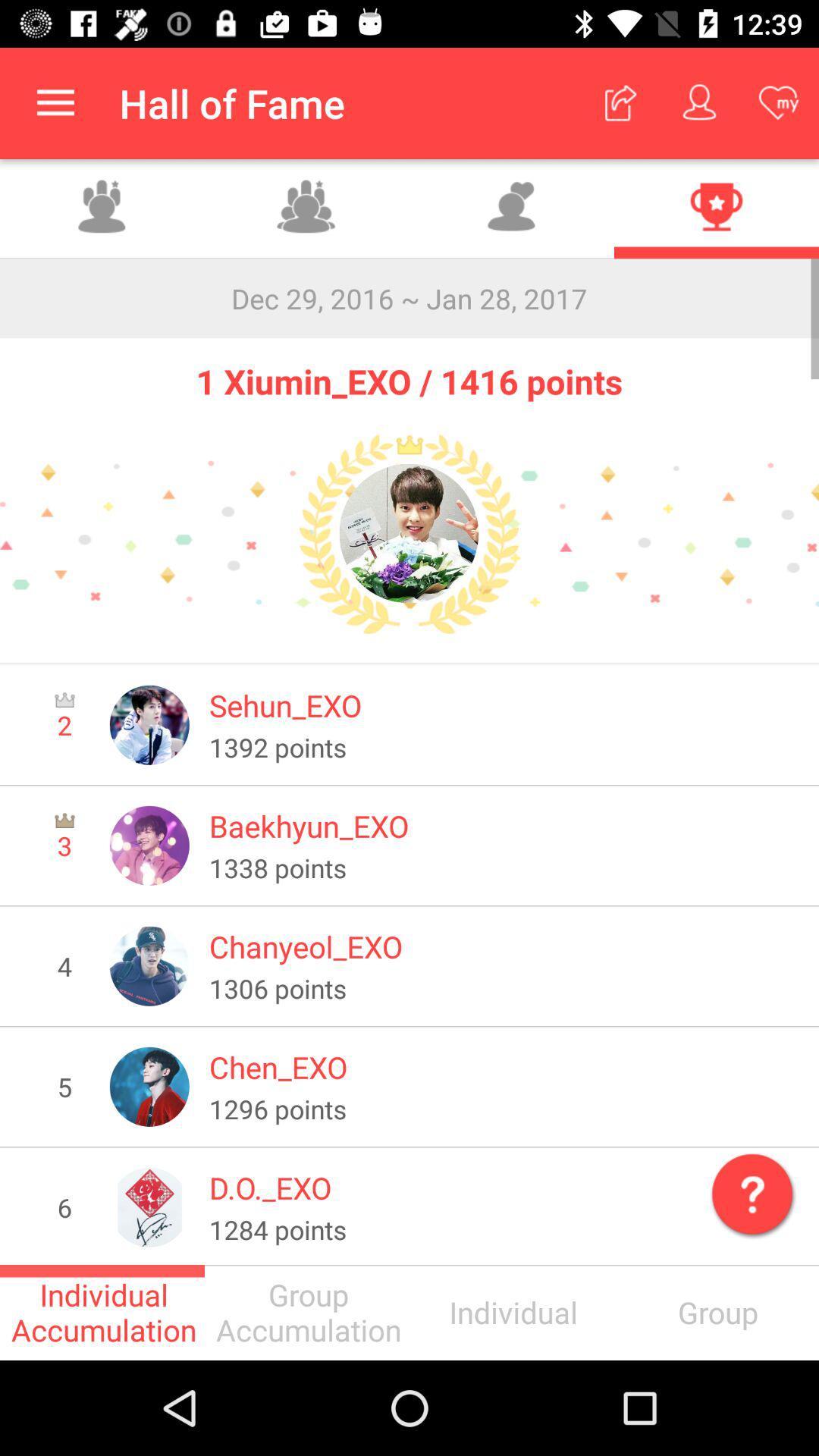 The width and height of the screenshot is (819, 1456). Describe the element at coordinates (64, 1086) in the screenshot. I see `5 item` at that location.